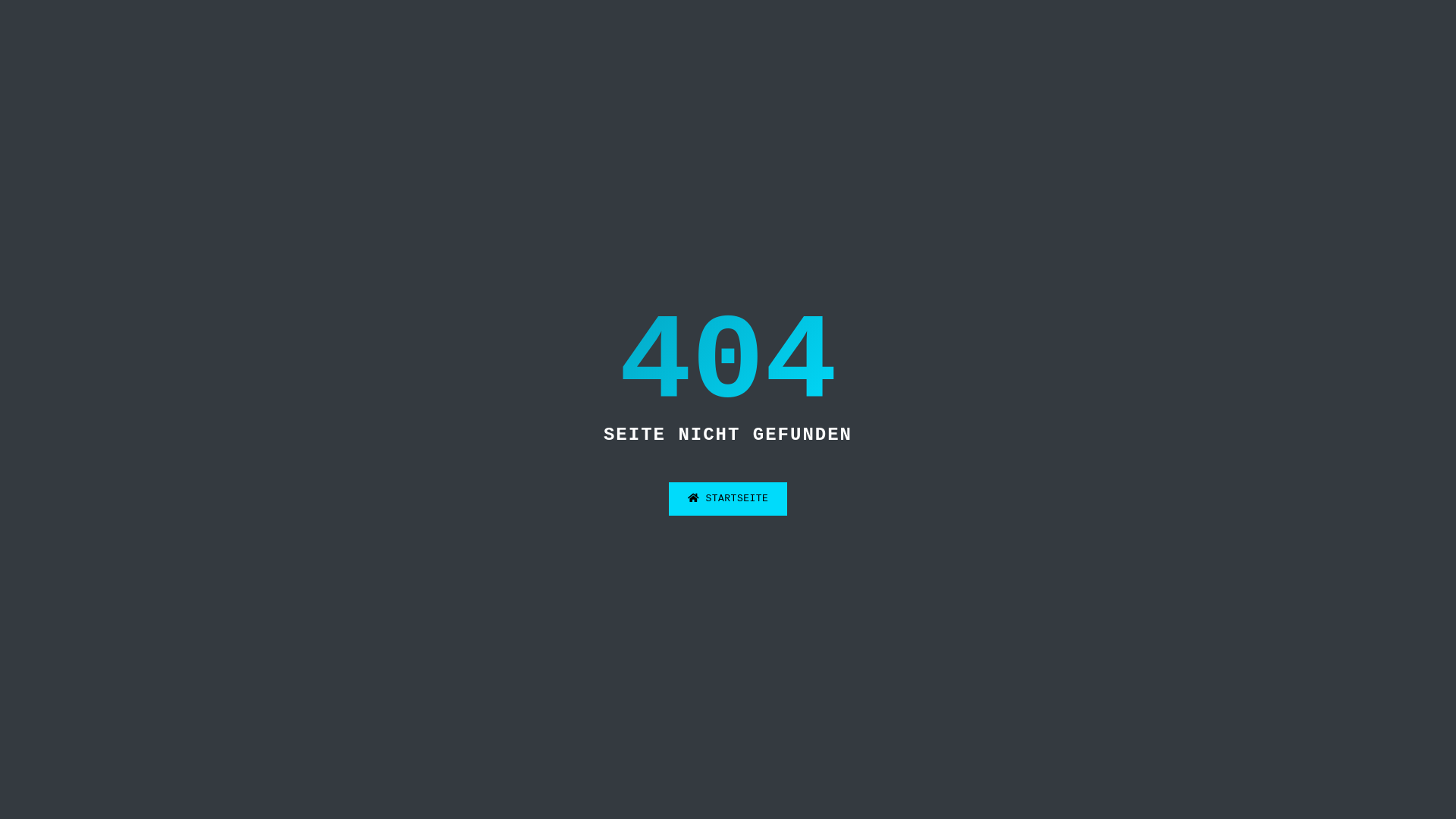 Image resolution: width=1456 pixels, height=819 pixels. I want to click on 'STARTSEITE', so click(728, 499).